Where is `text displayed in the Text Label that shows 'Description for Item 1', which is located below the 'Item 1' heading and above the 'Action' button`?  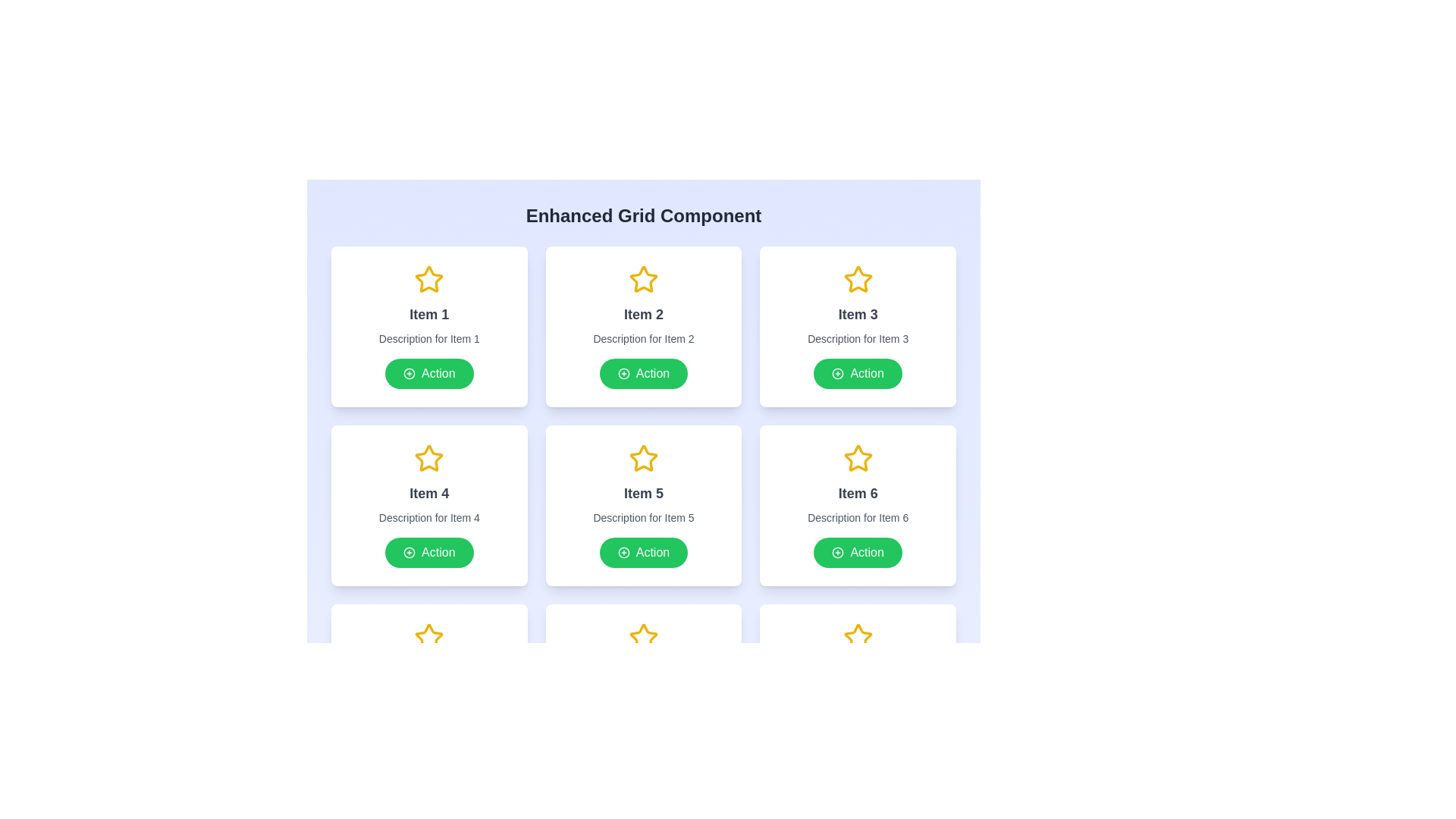 text displayed in the Text Label that shows 'Description for Item 1', which is located below the 'Item 1' heading and above the 'Action' button is located at coordinates (428, 338).